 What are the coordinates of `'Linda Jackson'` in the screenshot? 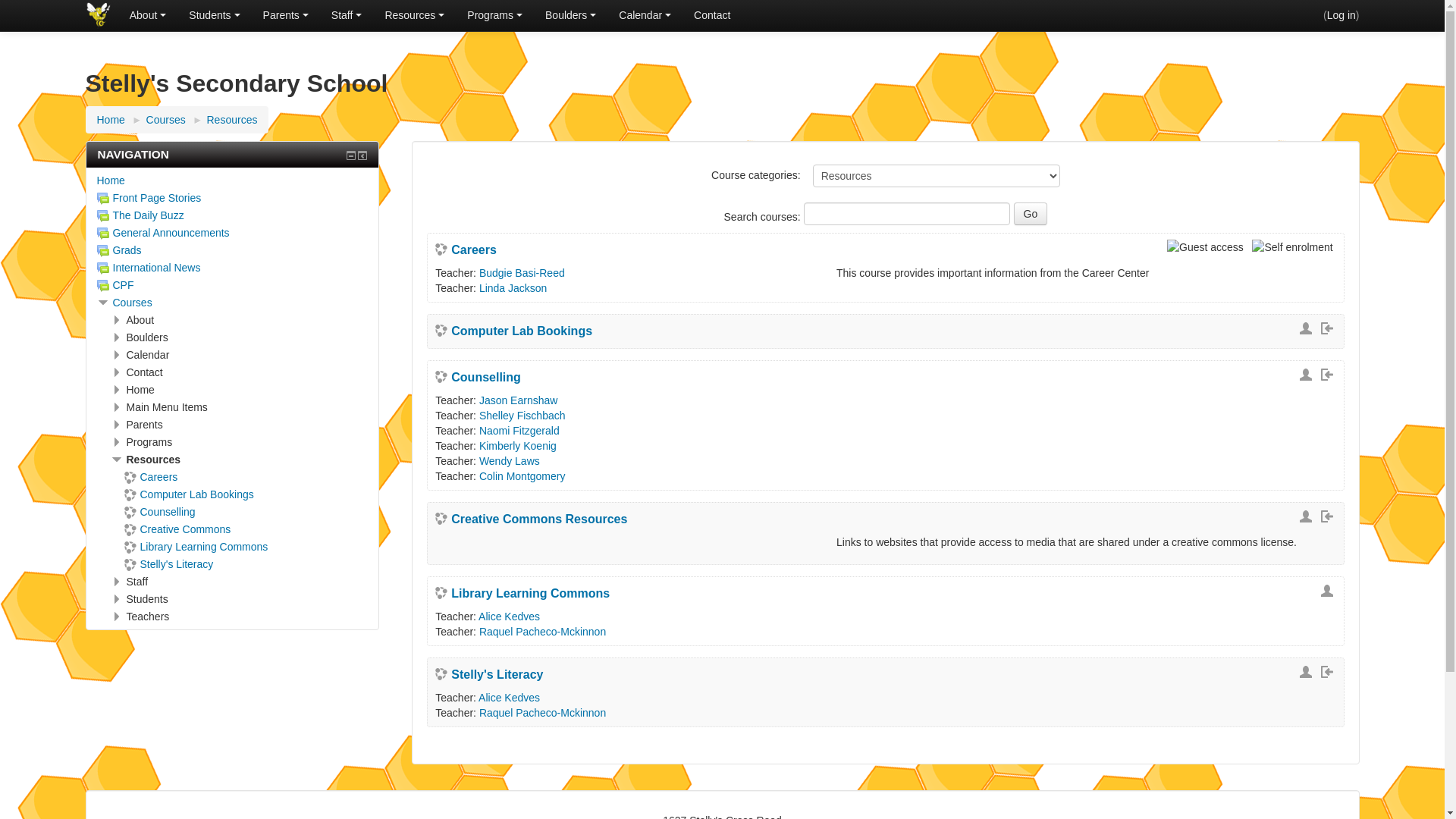 It's located at (479, 288).